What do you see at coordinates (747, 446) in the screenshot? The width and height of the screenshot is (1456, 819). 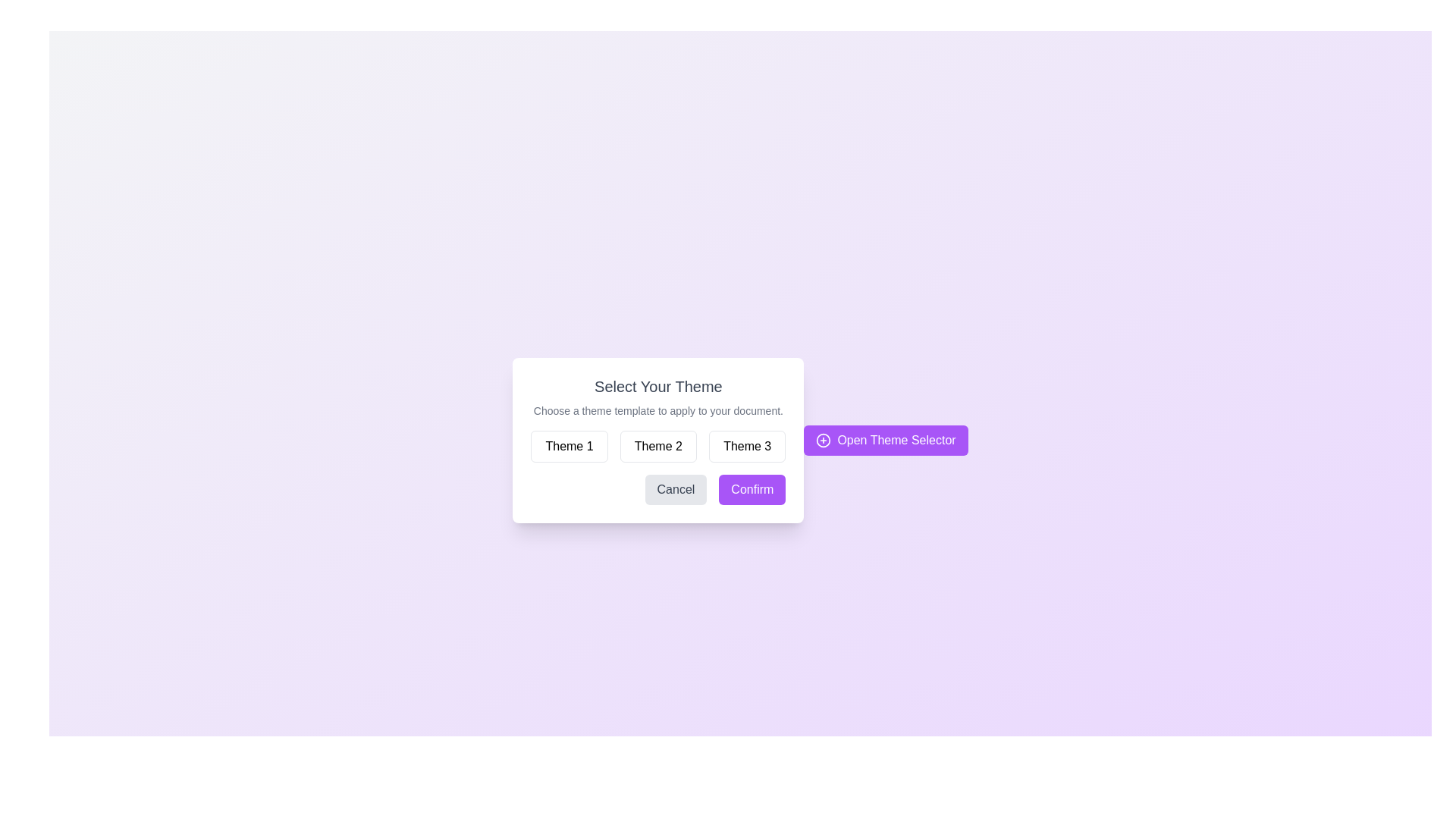 I see `the 'Theme 3' selectable button located in the bottom-right corner of the modal dialog box` at bounding box center [747, 446].